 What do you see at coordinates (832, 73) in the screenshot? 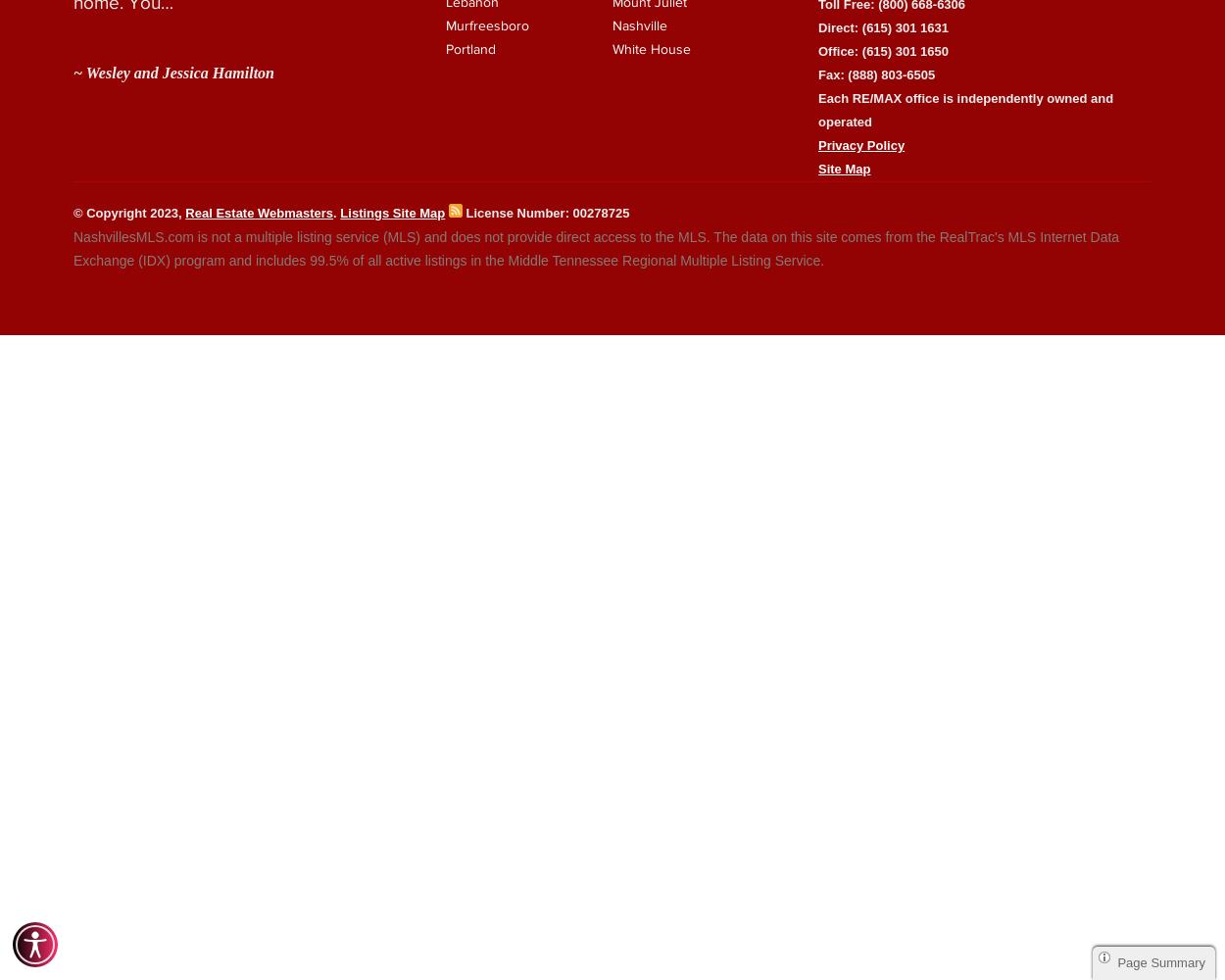
I see `'Fax:'` at bounding box center [832, 73].